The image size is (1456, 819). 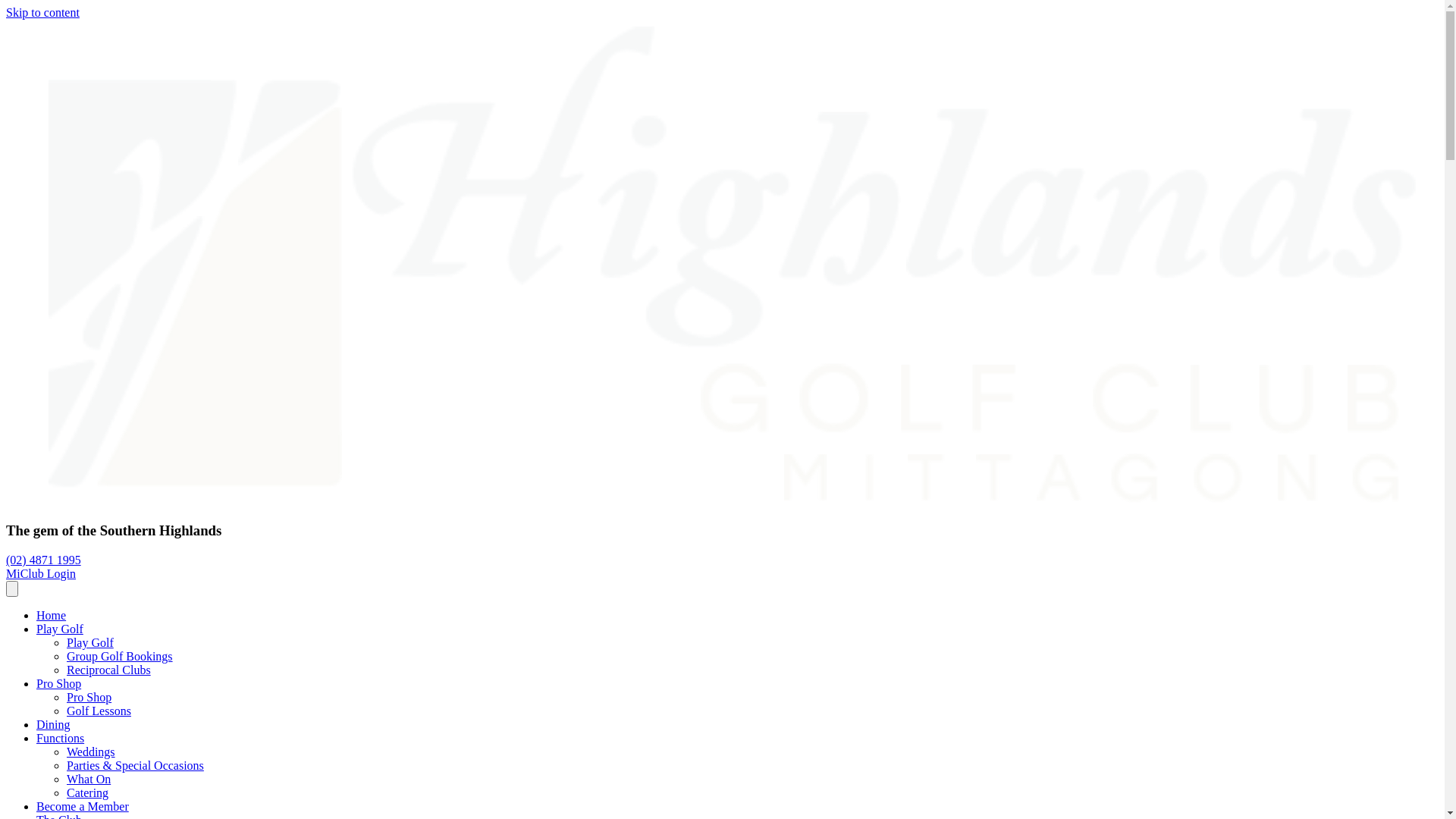 I want to click on 'Skip to content', so click(x=6, y=12).